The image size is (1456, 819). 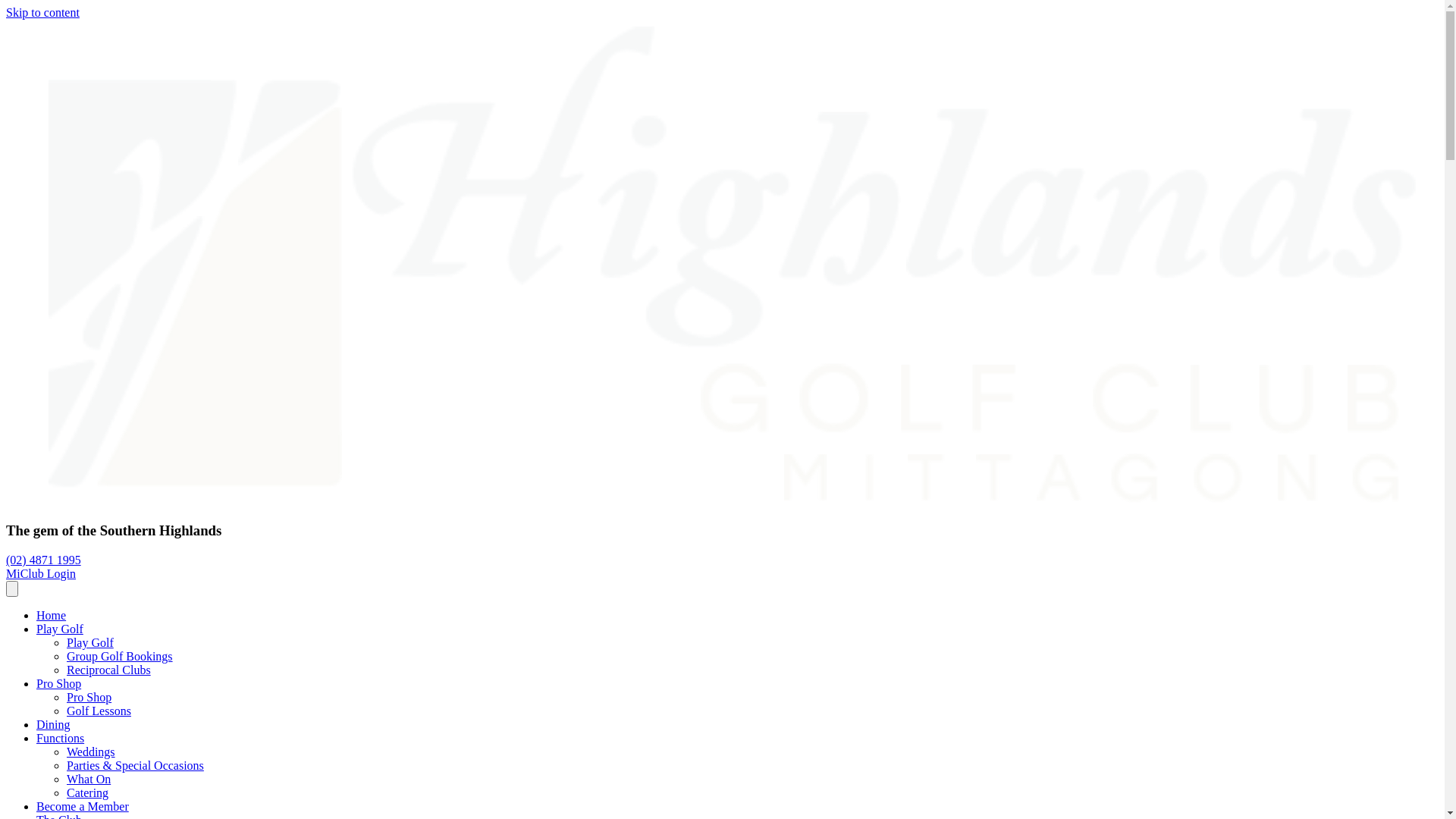 I want to click on 'Skip to content', so click(x=6, y=12).